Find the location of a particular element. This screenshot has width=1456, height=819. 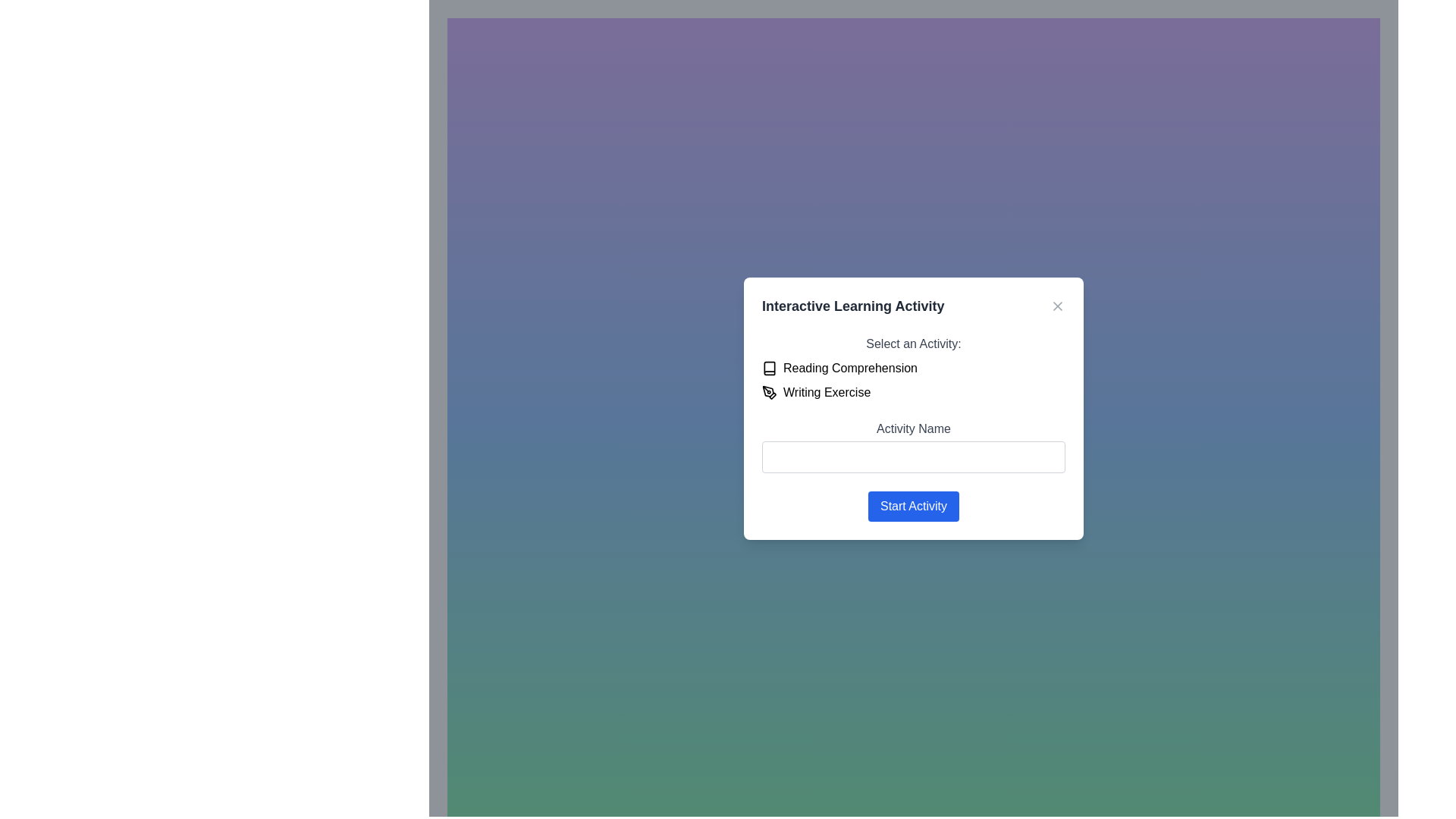

the static text element displaying two activity options, located on the right-hand side of the modal dialog box, below the 'Select an Activity' label is located at coordinates (912, 379).